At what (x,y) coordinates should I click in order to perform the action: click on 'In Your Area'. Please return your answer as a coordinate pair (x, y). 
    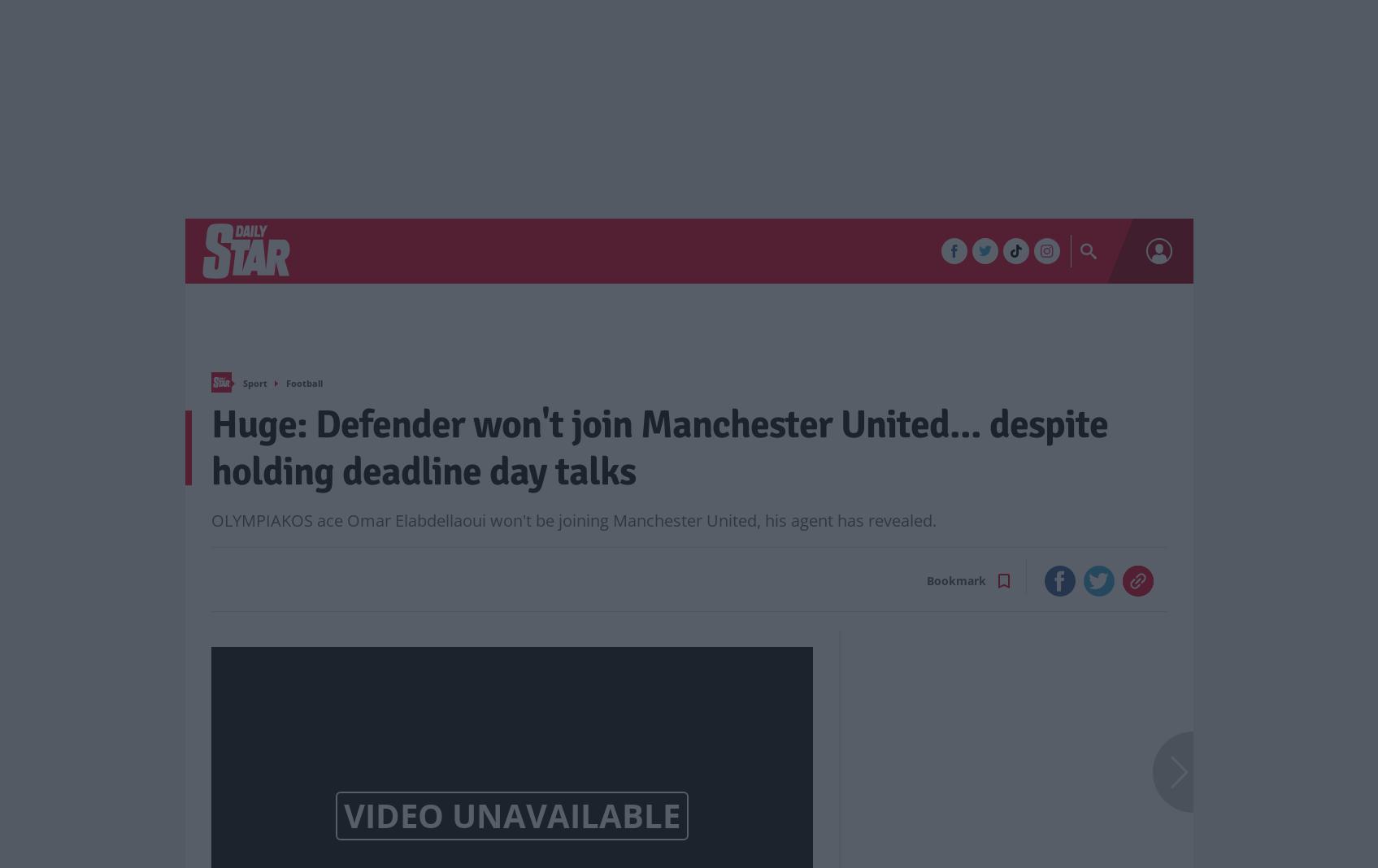
    Looking at the image, I should click on (763, 252).